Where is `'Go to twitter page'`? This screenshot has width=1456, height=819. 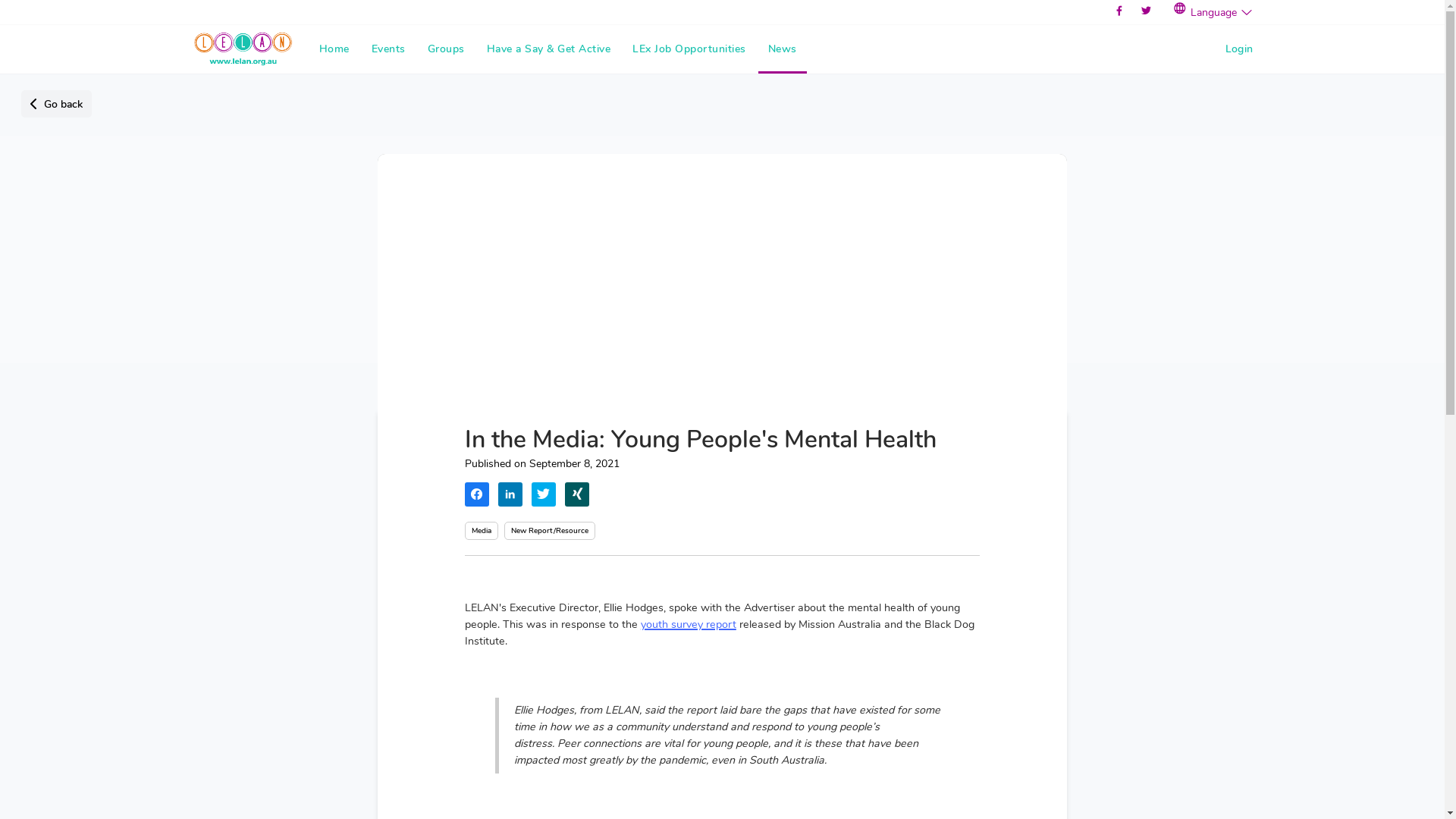 'Go to twitter page' is located at coordinates (1146, 11).